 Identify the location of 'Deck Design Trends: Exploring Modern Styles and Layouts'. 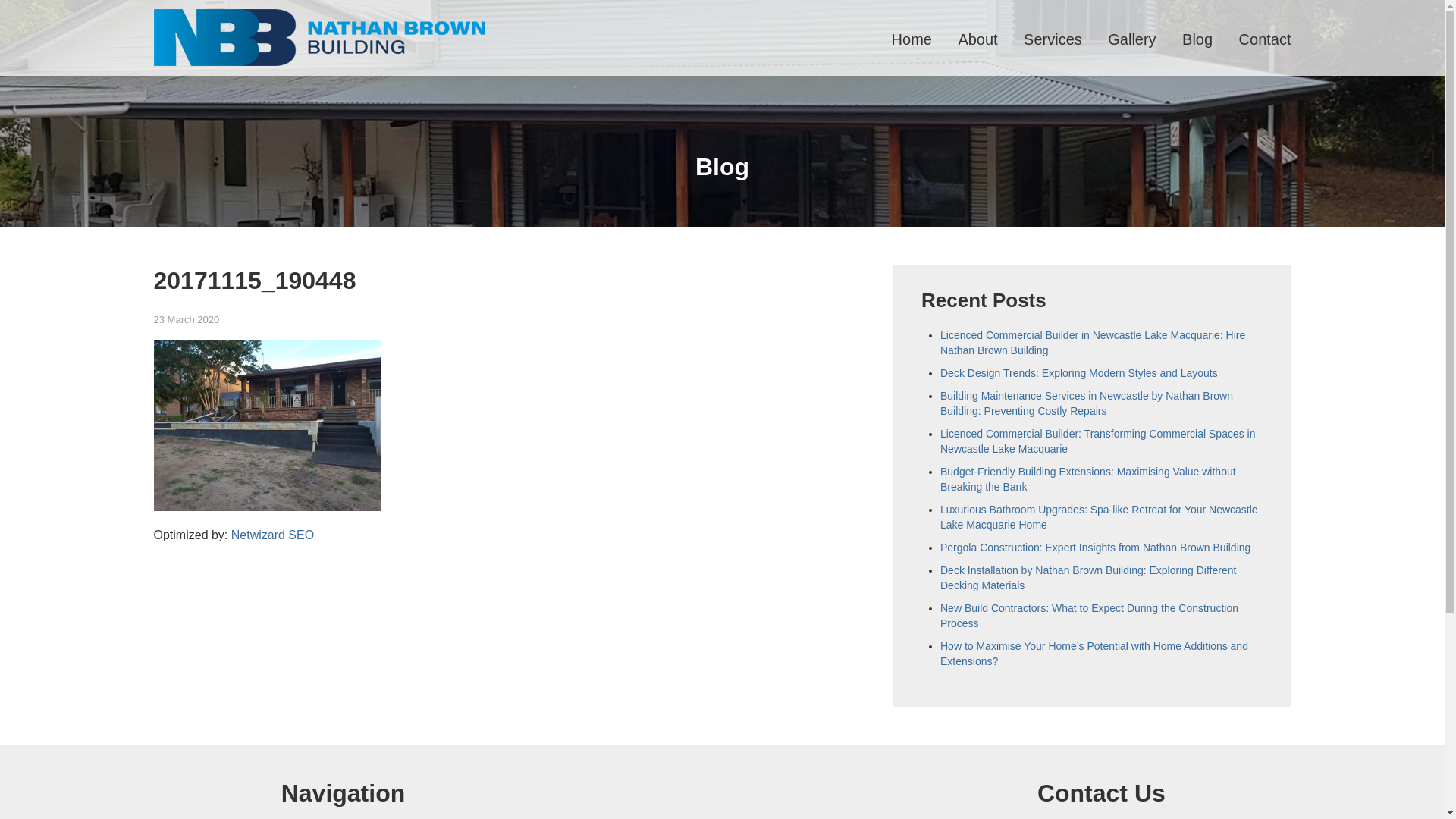
(1078, 373).